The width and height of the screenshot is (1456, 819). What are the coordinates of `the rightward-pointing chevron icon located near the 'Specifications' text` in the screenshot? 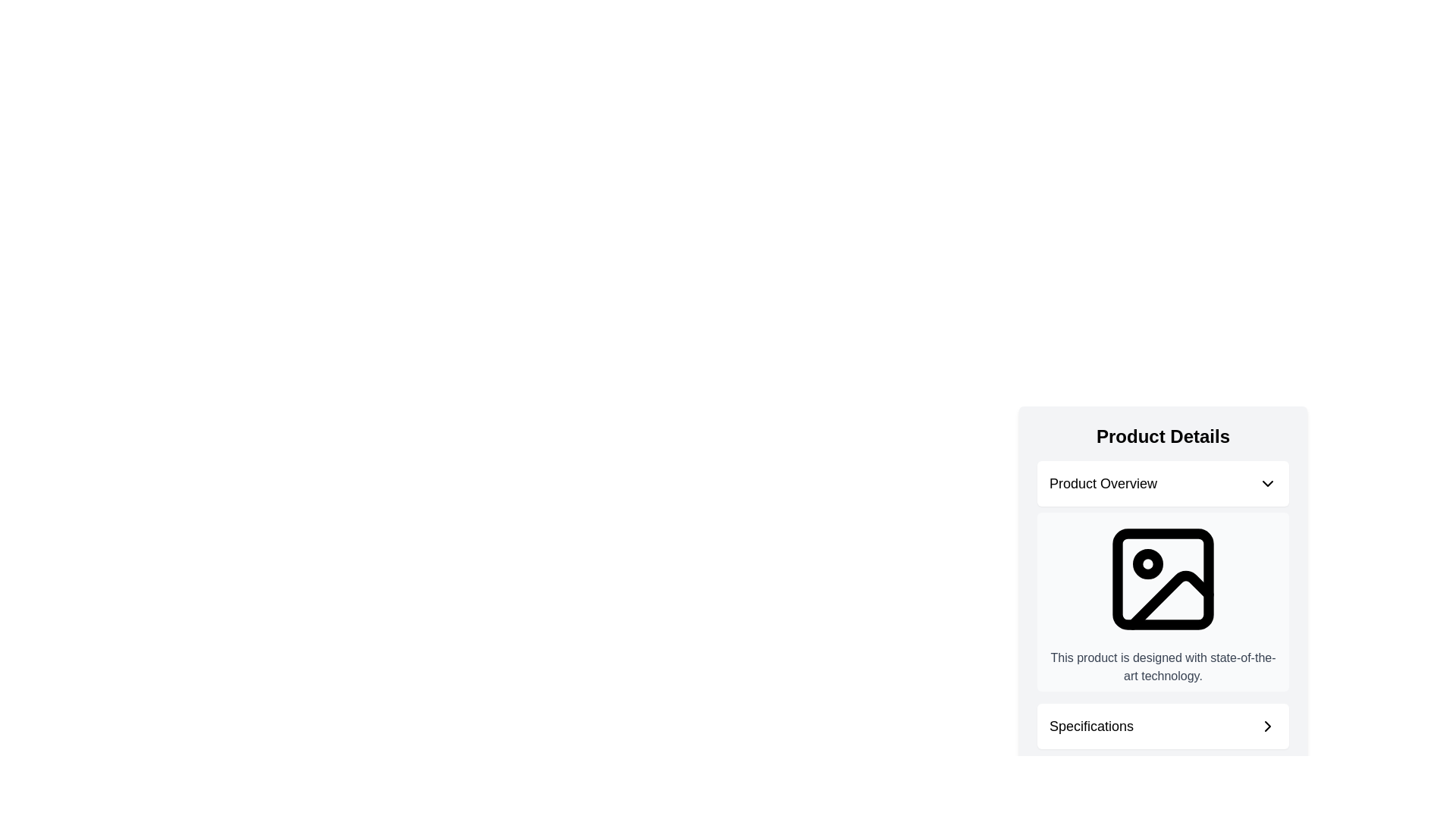 It's located at (1267, 725).